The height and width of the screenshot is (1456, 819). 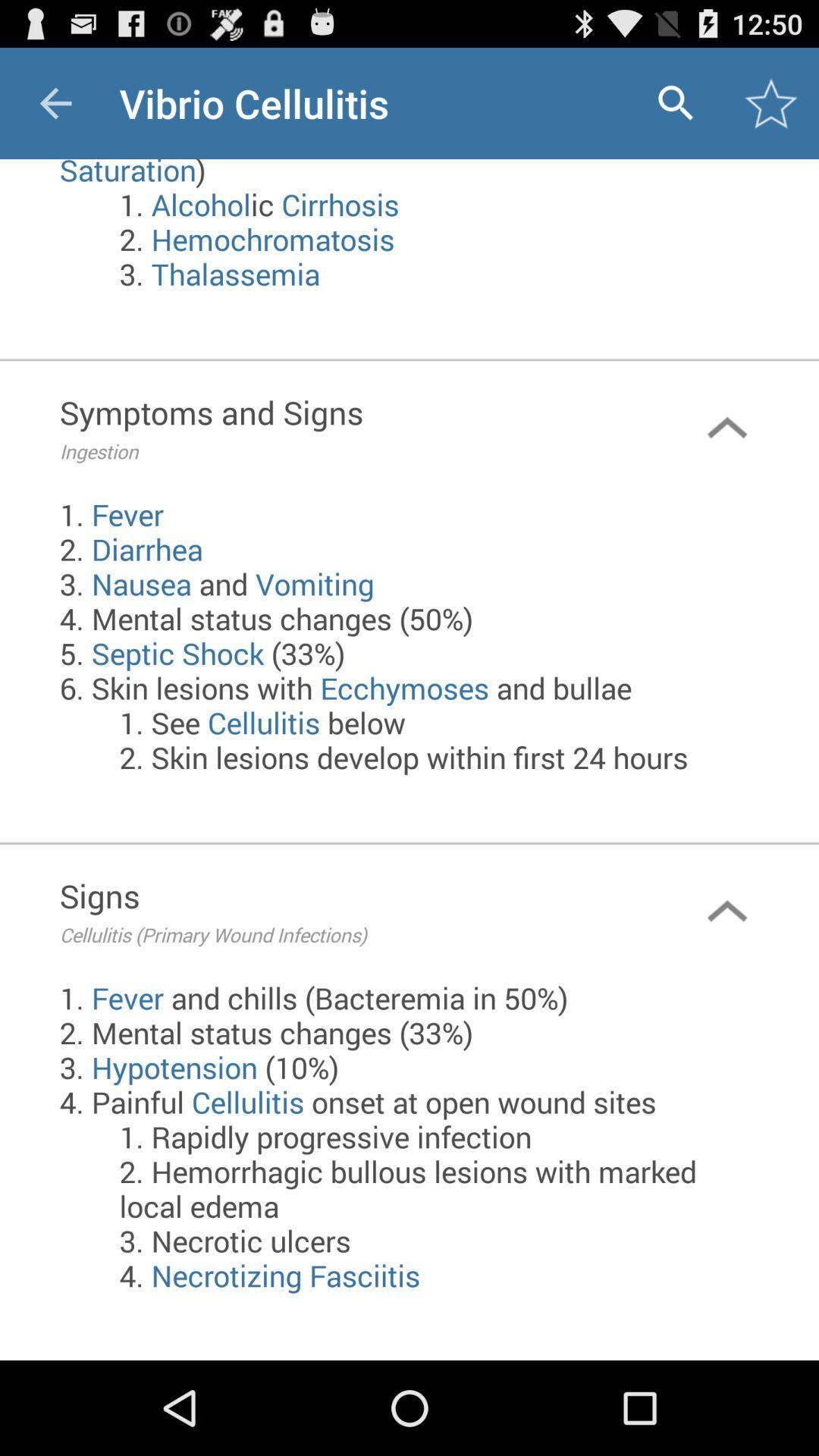 What do you see at coordinates (675, 102) in the screenshot?
I see `the item above 1 immunocompromising conditions` at bounding box center [675, 102].